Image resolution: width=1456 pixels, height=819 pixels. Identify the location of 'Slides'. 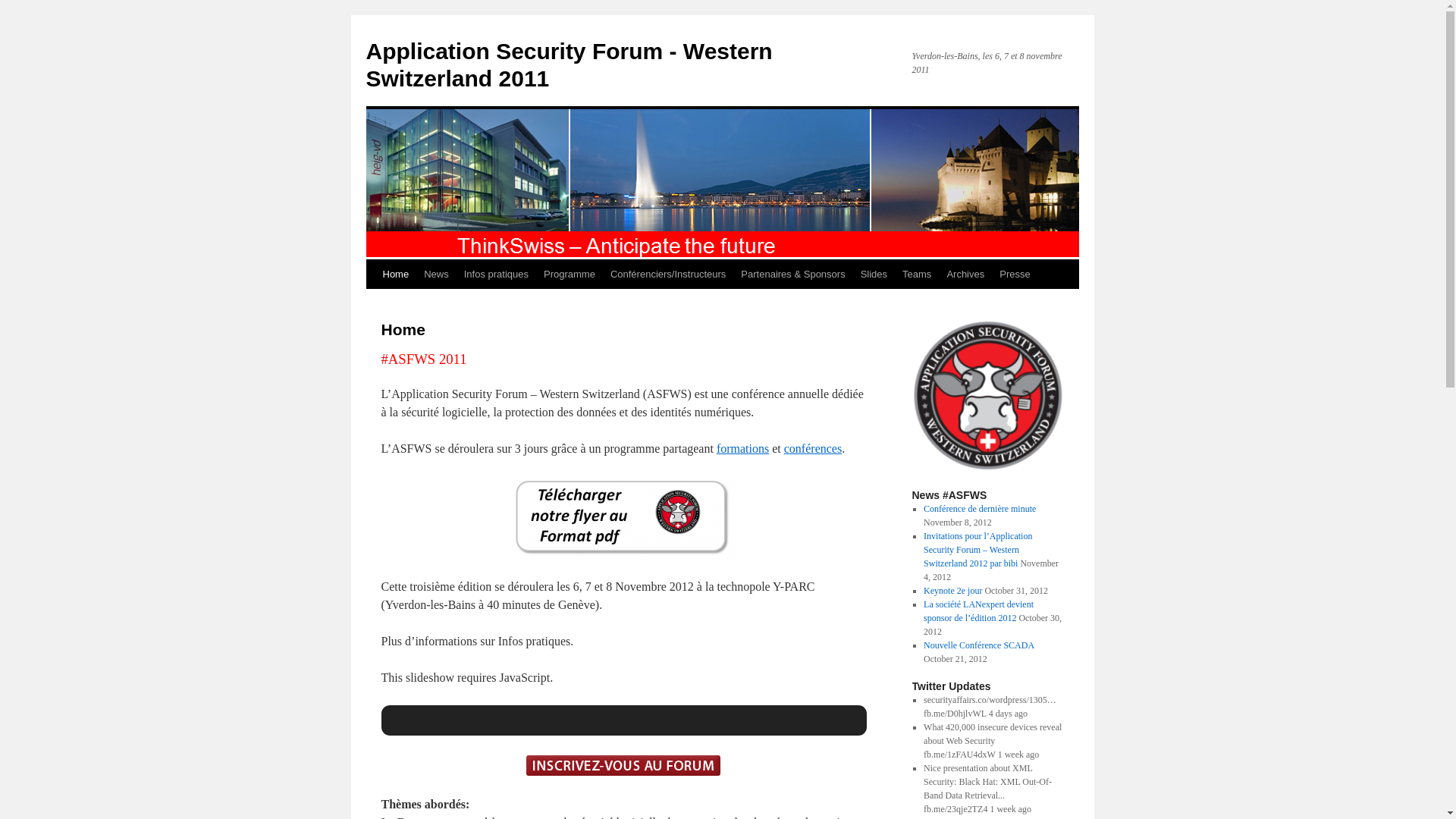
(874, 275).